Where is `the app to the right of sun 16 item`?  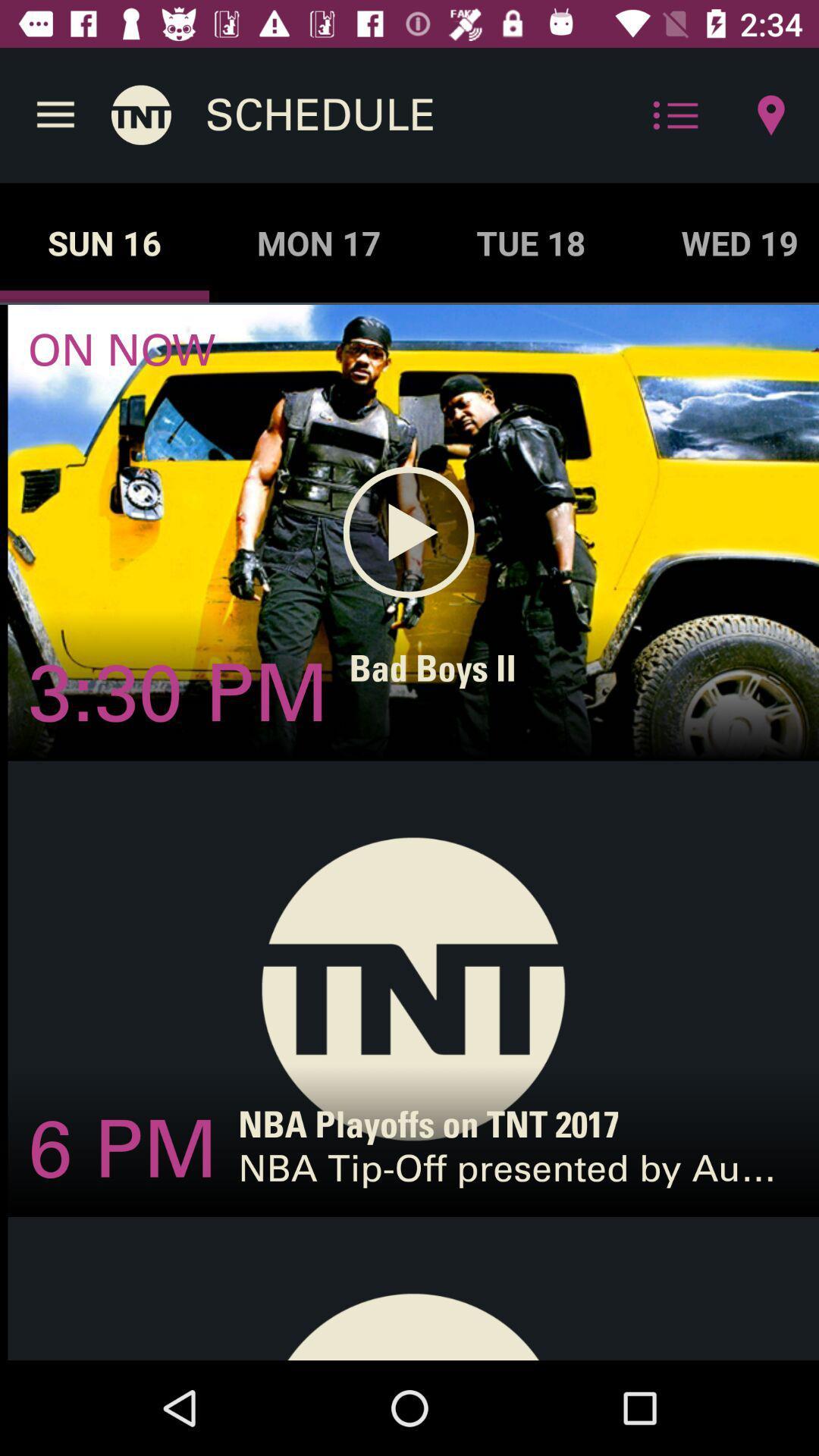 the app to the right of sun 16 item is located at coordinates (318, 243).